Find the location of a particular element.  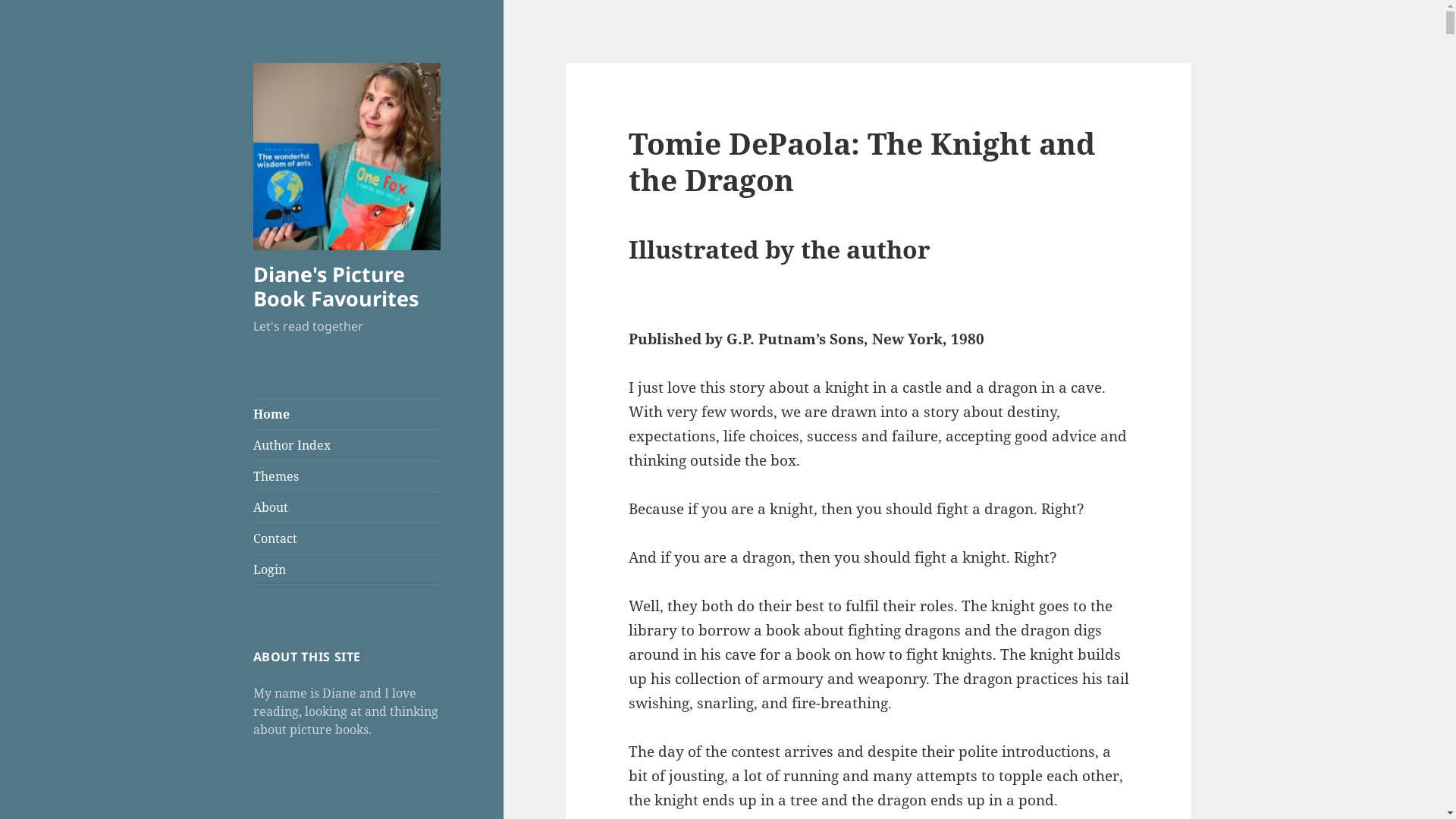

'Home' is located at coordinates (346, 414).